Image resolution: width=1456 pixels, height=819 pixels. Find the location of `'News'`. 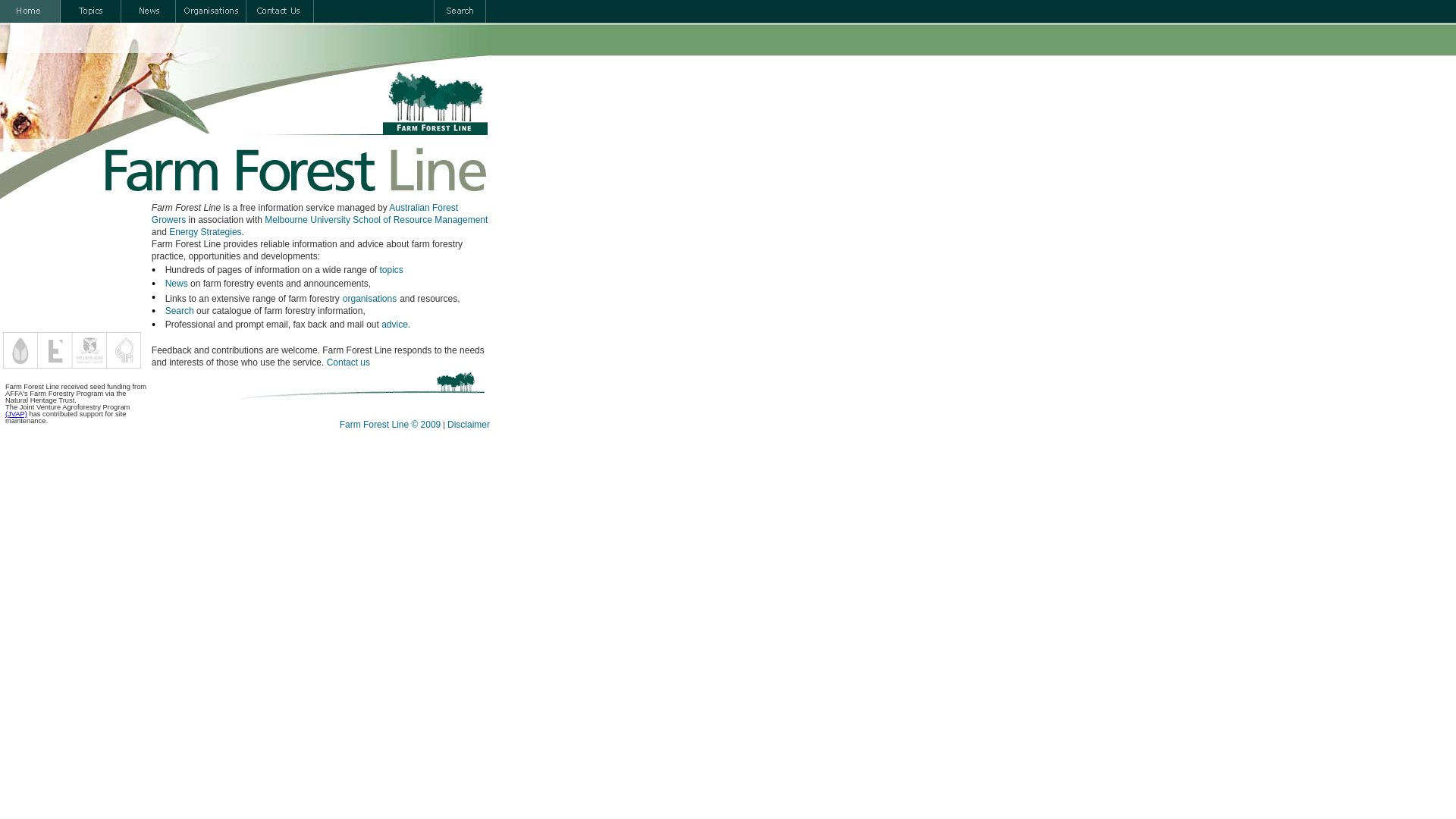

'News' is located at coordinates (165, 284).